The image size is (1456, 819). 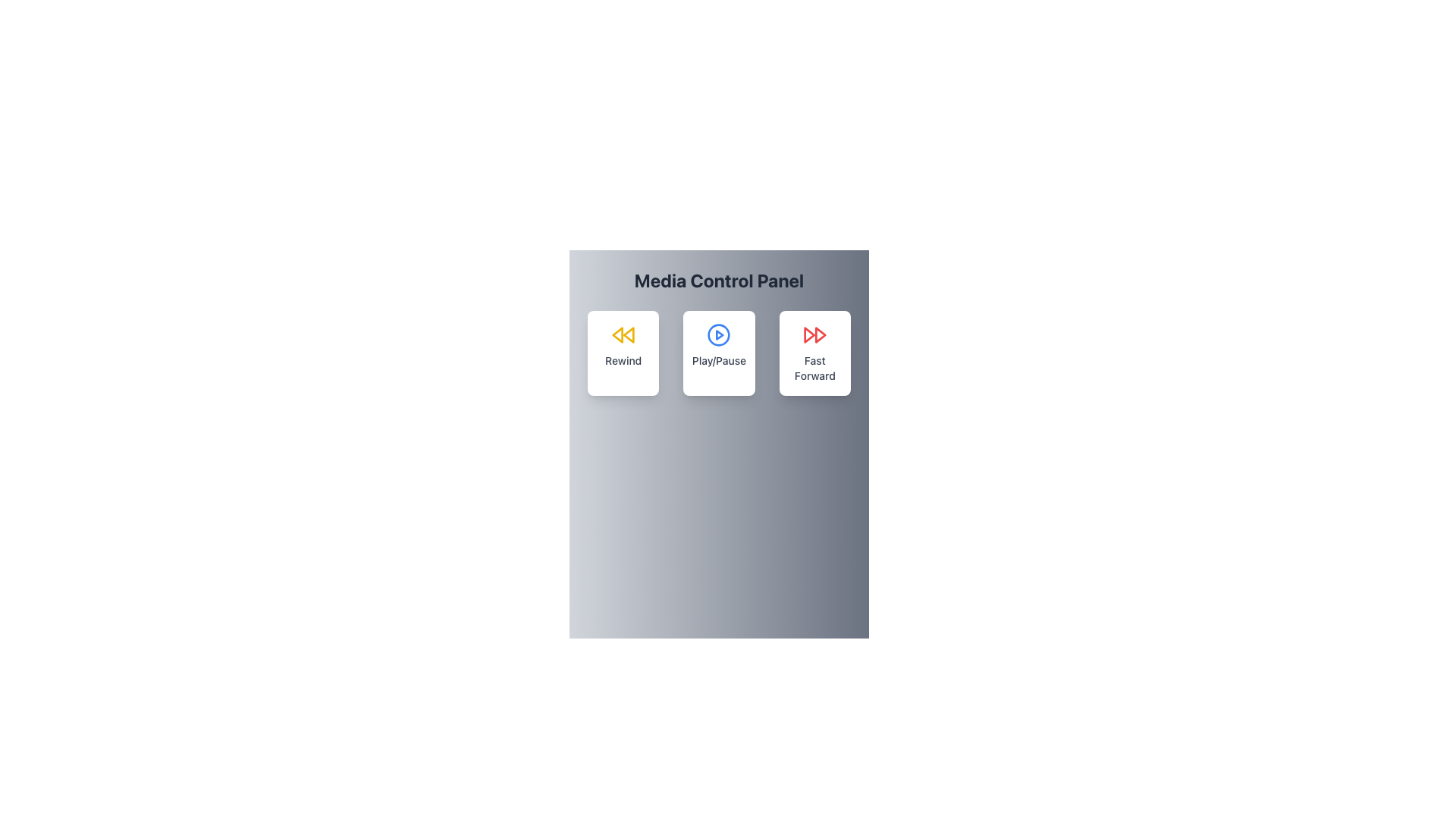 I want to click on the play/pause button located between the 'Rewind' and 'Fast Forward' buttons in the media control panel, so click(x=718, y=353).